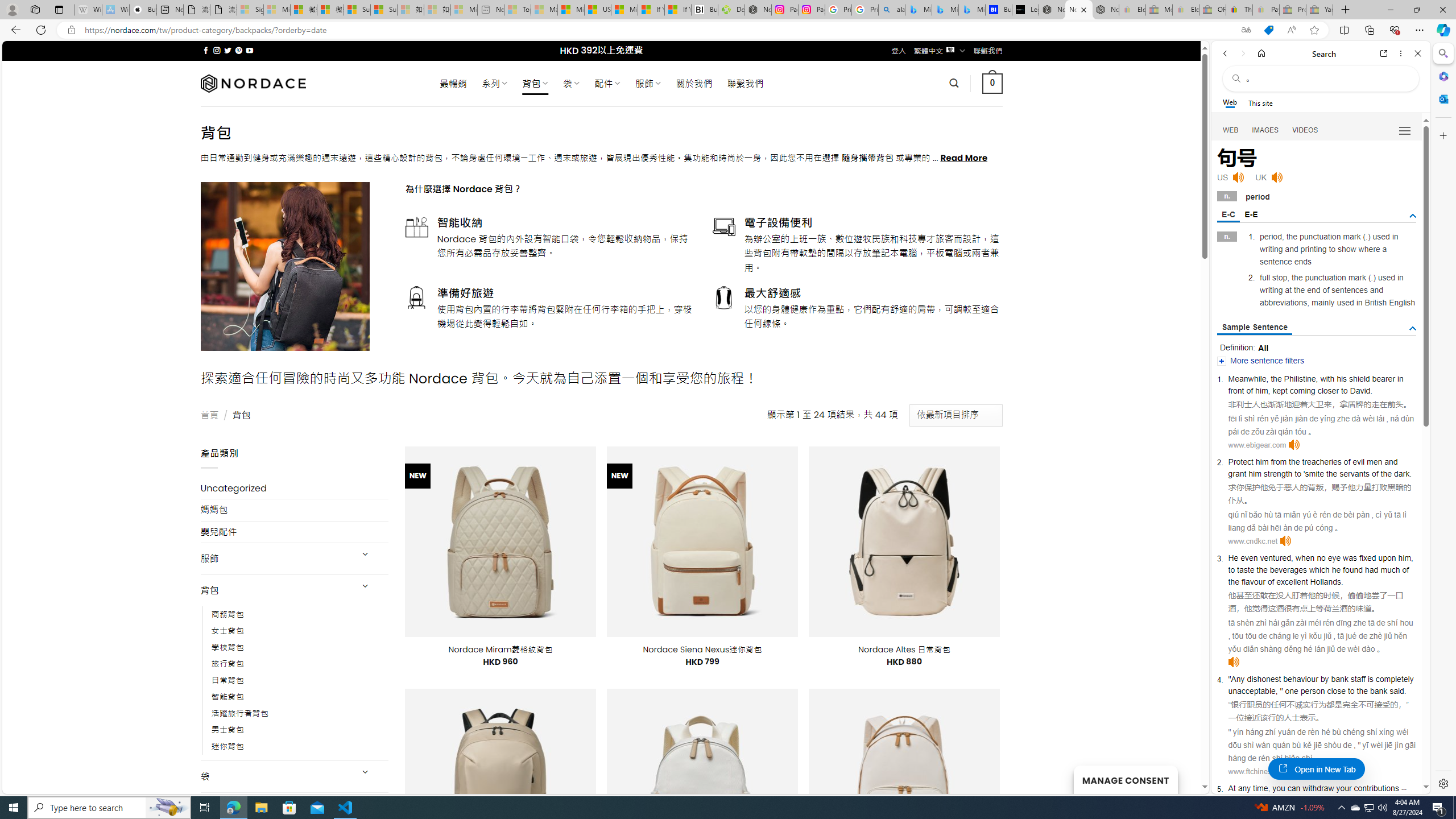 The height and width of the screenshot is (819, 1456). Describe the element at coordinates (1268, 30) in the screenshot. I see `'This site has coupons! Shopping in Microsoft Edge'` at that location.